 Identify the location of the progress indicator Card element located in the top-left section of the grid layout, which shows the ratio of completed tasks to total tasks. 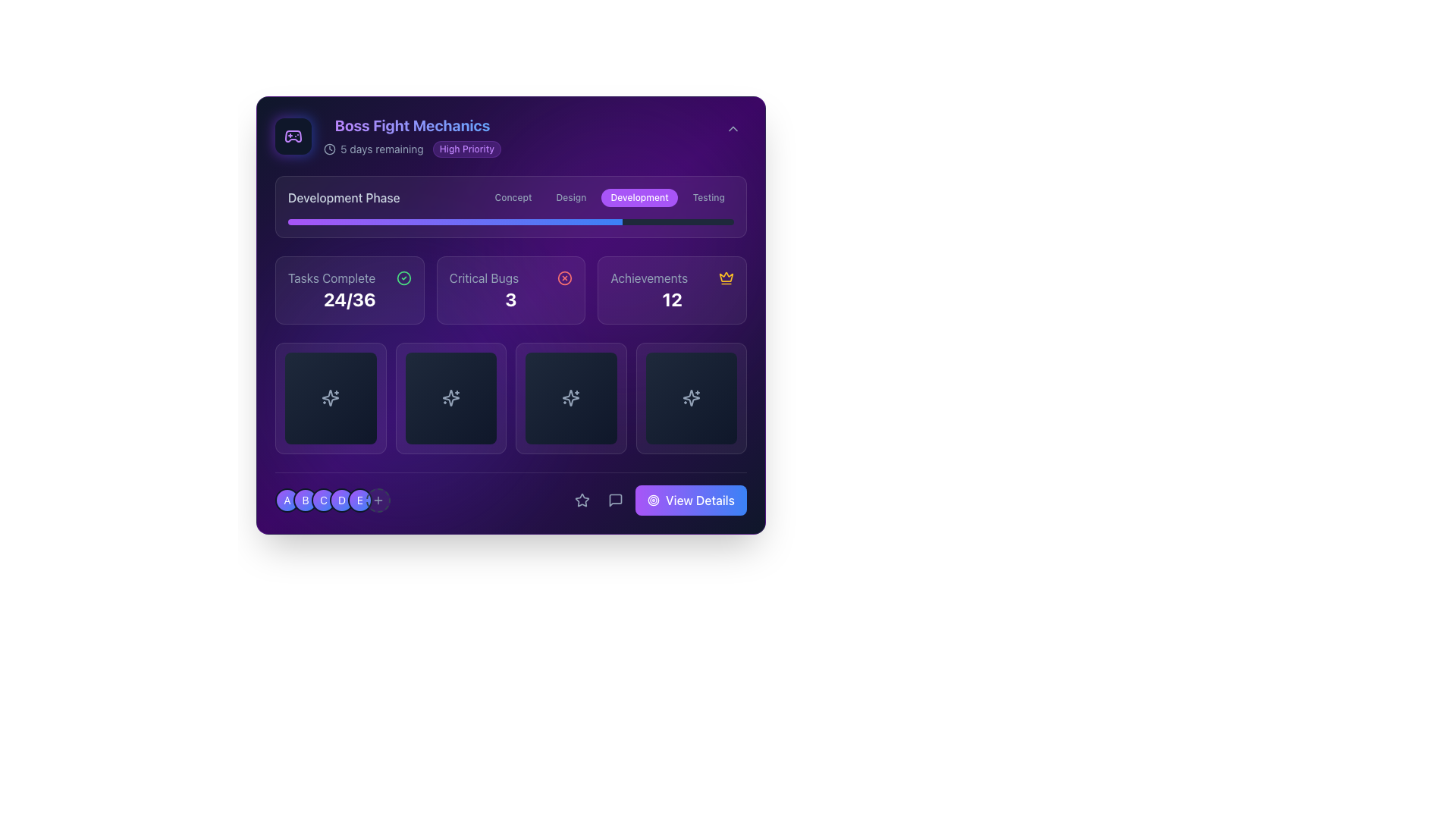
(349, 290).